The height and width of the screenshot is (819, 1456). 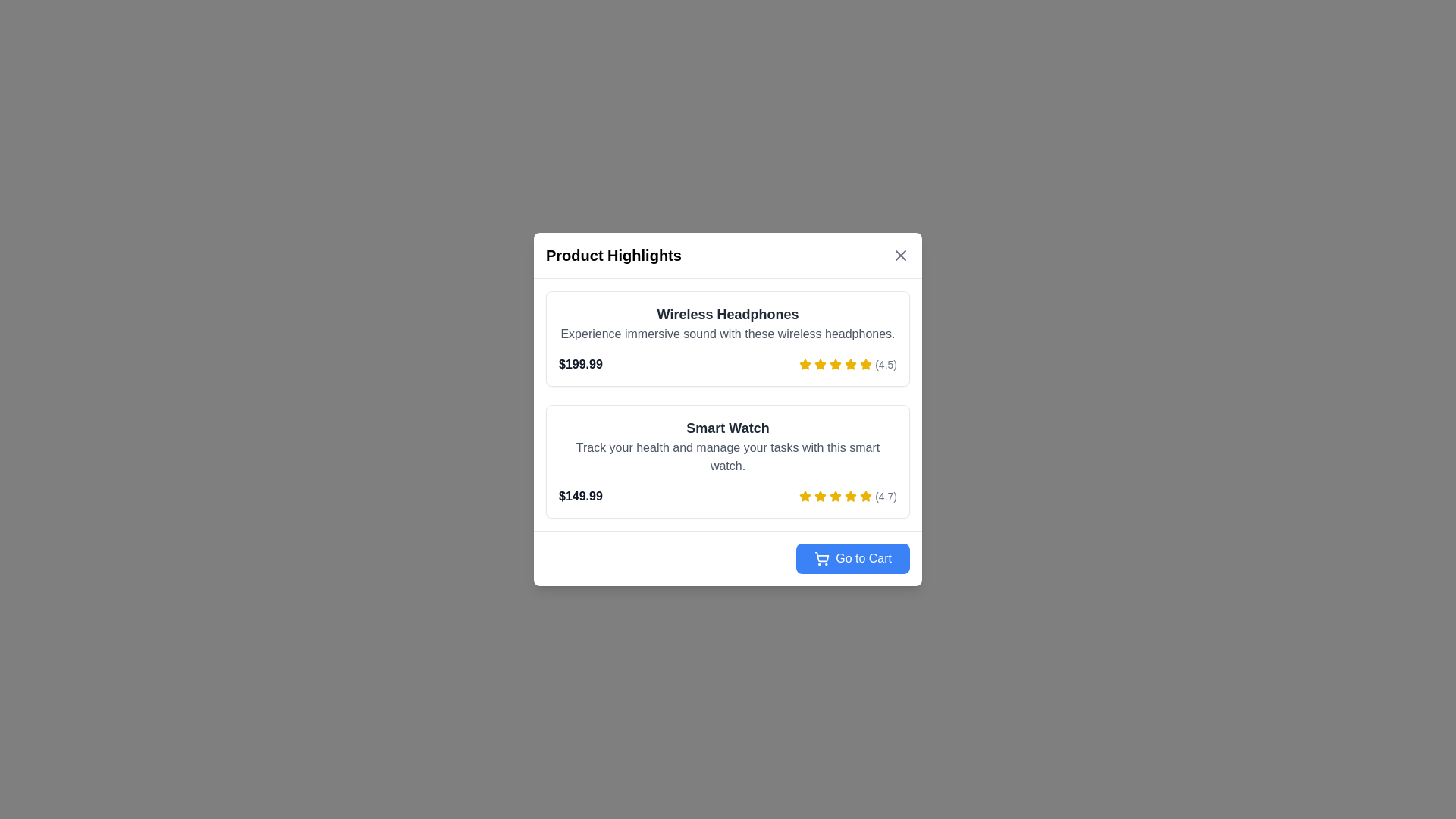 I want to click on first five-pointed yellow star icon with a centered red accent, which represents the rating for the 'Wireless Headphones' product, so click(x=820, y=364).